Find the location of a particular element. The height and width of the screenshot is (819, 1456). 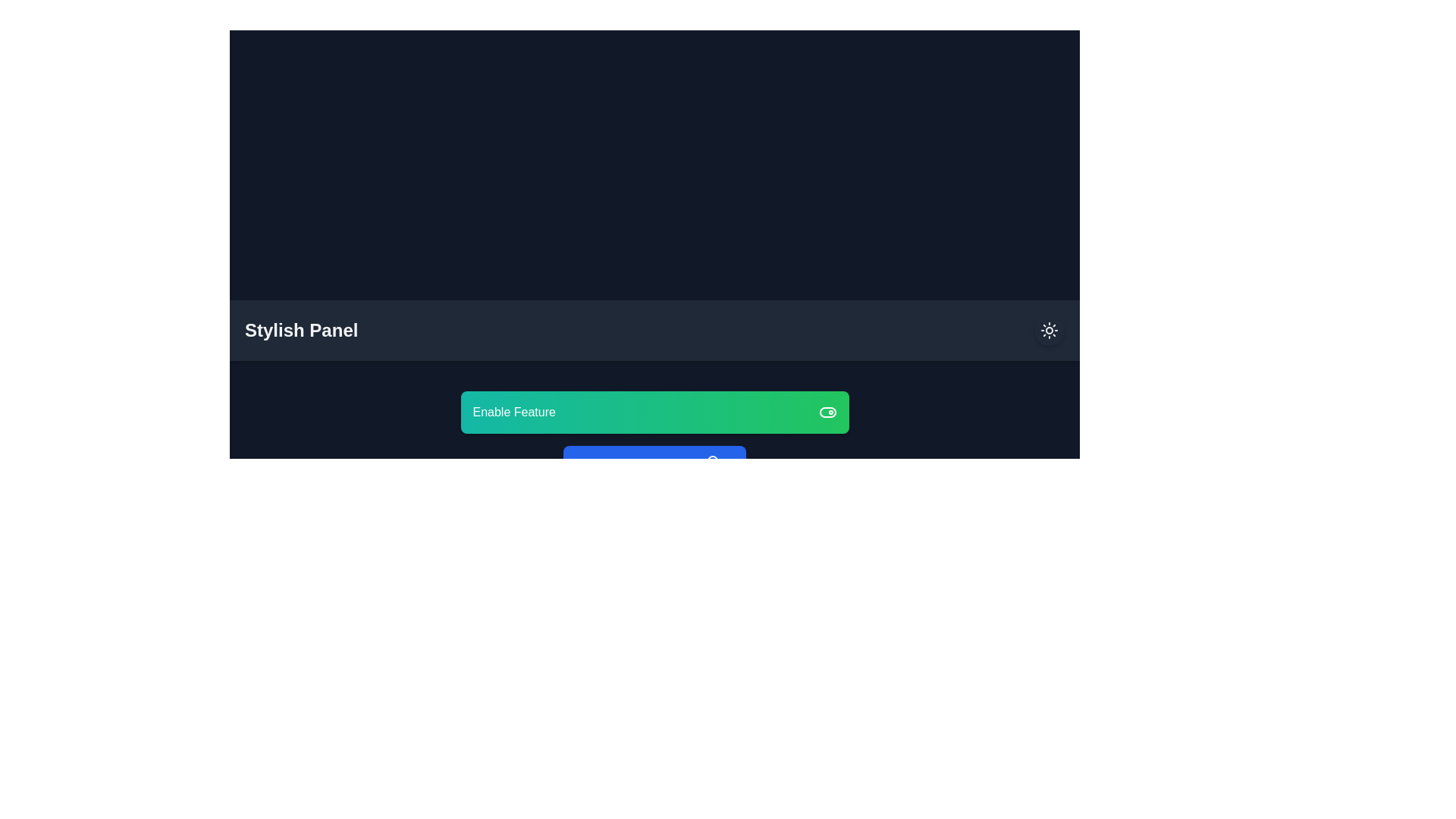

the Stylish Panel, which features the title 'Stylish Panel' on the left and a circular button on the right is located at coordinates (654, 329).